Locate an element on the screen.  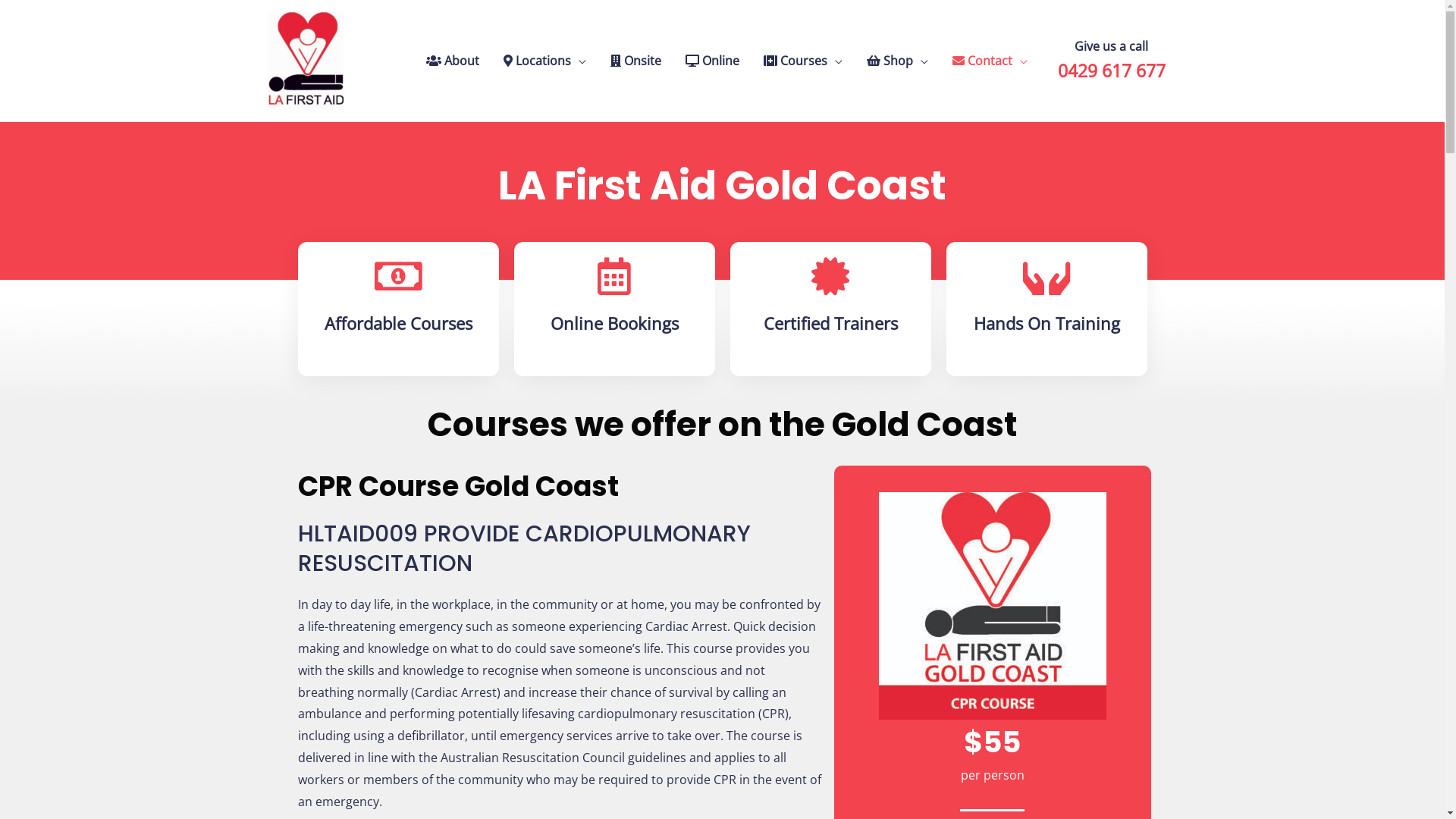
'HLTAID009 PROVIDE CARDIOPULMONARY RESUSCITATION' is located at coordinates (523, 548).